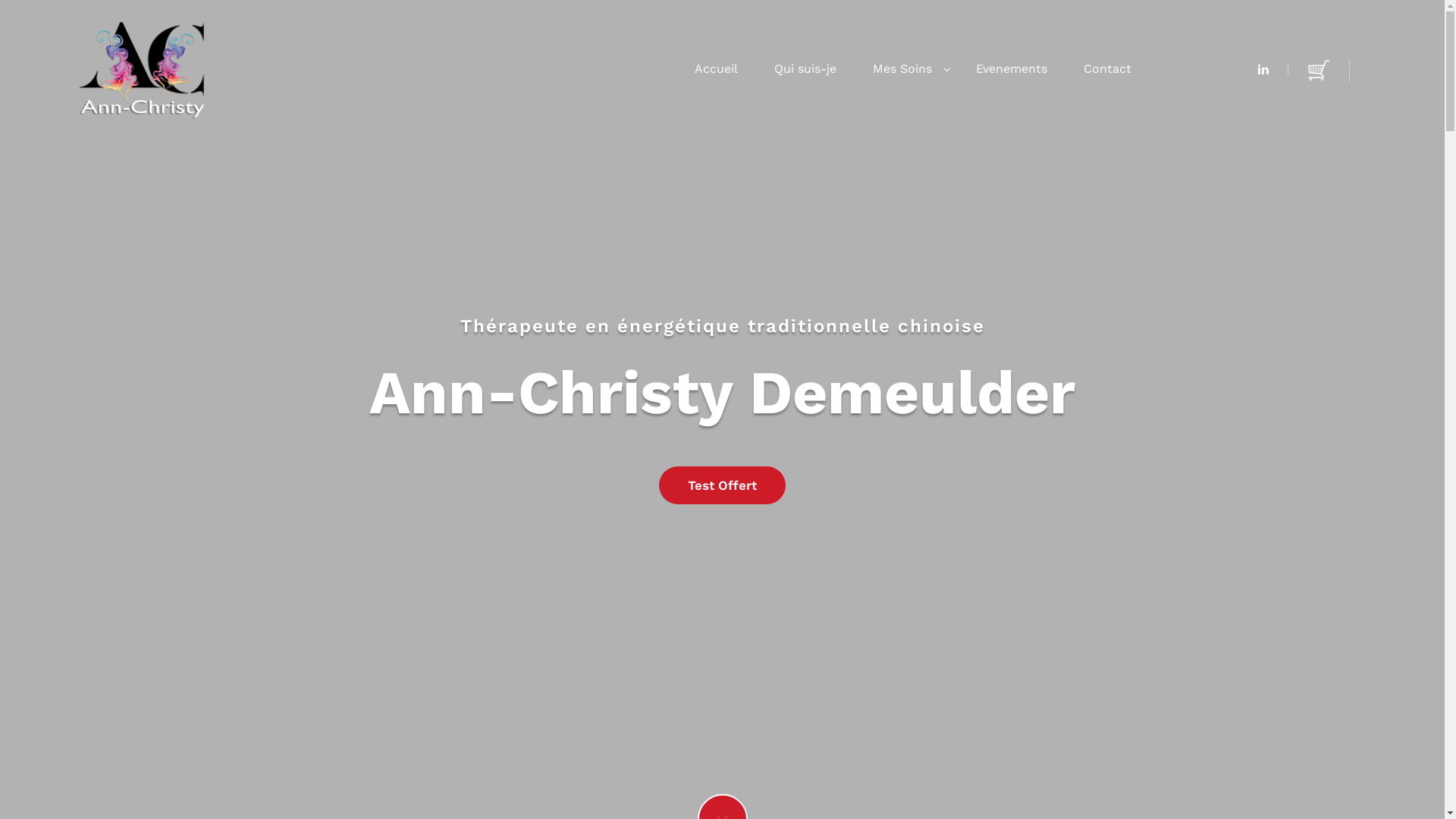 The width and height of the screenshot is (1456, 819). I want to click on 'Skip to content', so click(0, 0).